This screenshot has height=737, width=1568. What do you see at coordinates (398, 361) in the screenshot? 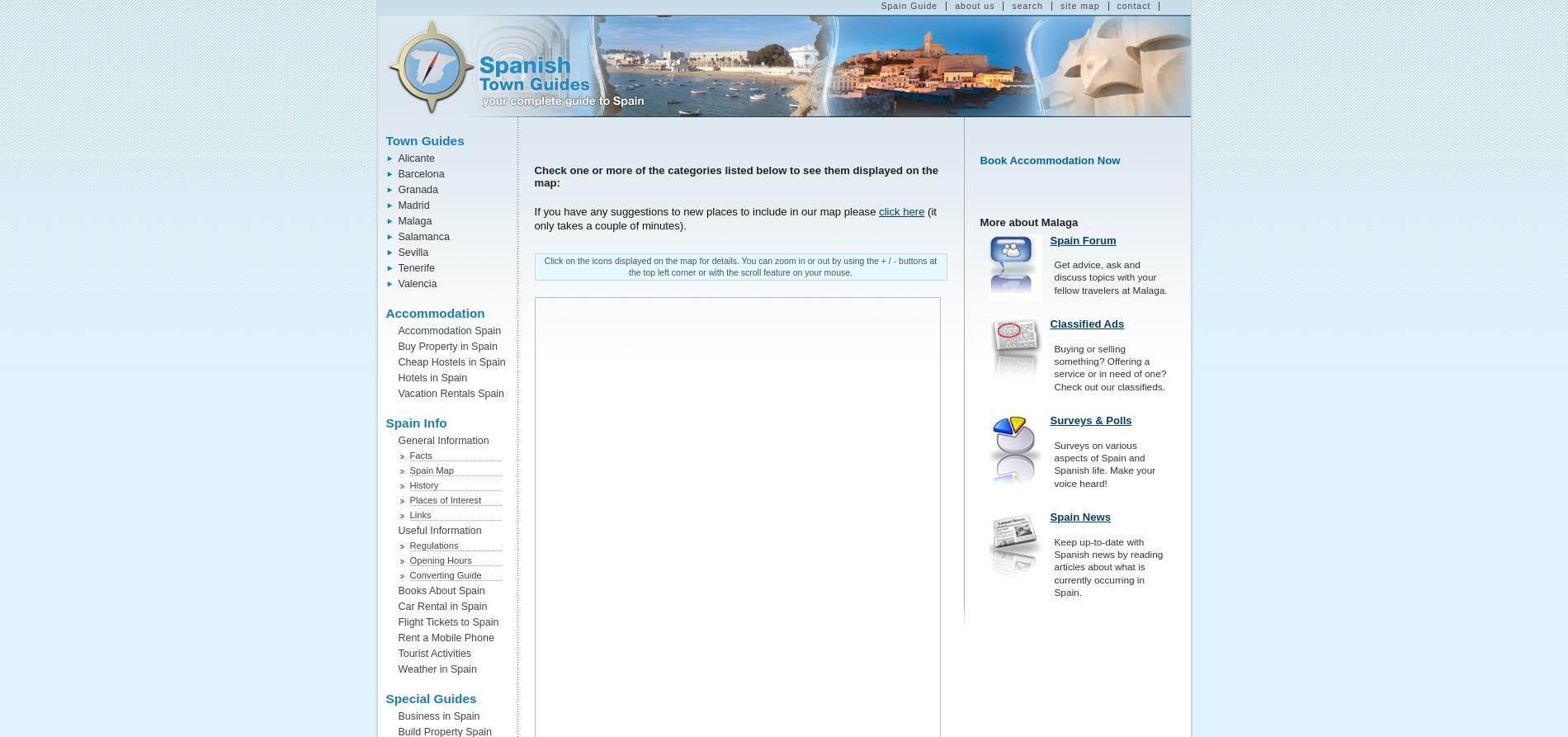
I see `'Cheap Hostels in Spain'` at bounding box center [398, 361].